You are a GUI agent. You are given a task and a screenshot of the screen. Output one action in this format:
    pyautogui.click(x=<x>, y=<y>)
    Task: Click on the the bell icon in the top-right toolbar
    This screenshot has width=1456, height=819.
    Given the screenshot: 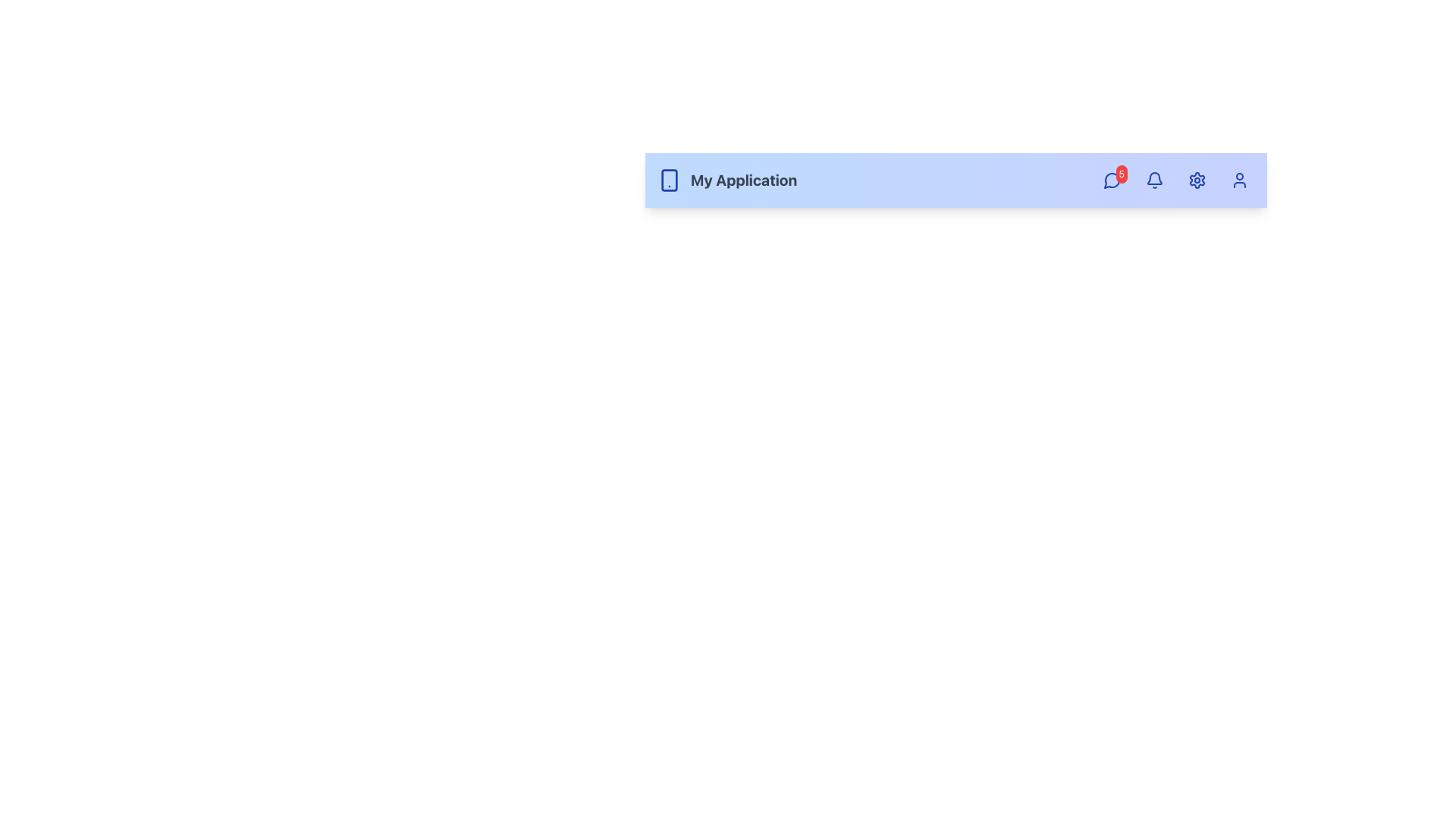 What is the action you would take?
    pyautogui.click(x=1153, y=180)
    